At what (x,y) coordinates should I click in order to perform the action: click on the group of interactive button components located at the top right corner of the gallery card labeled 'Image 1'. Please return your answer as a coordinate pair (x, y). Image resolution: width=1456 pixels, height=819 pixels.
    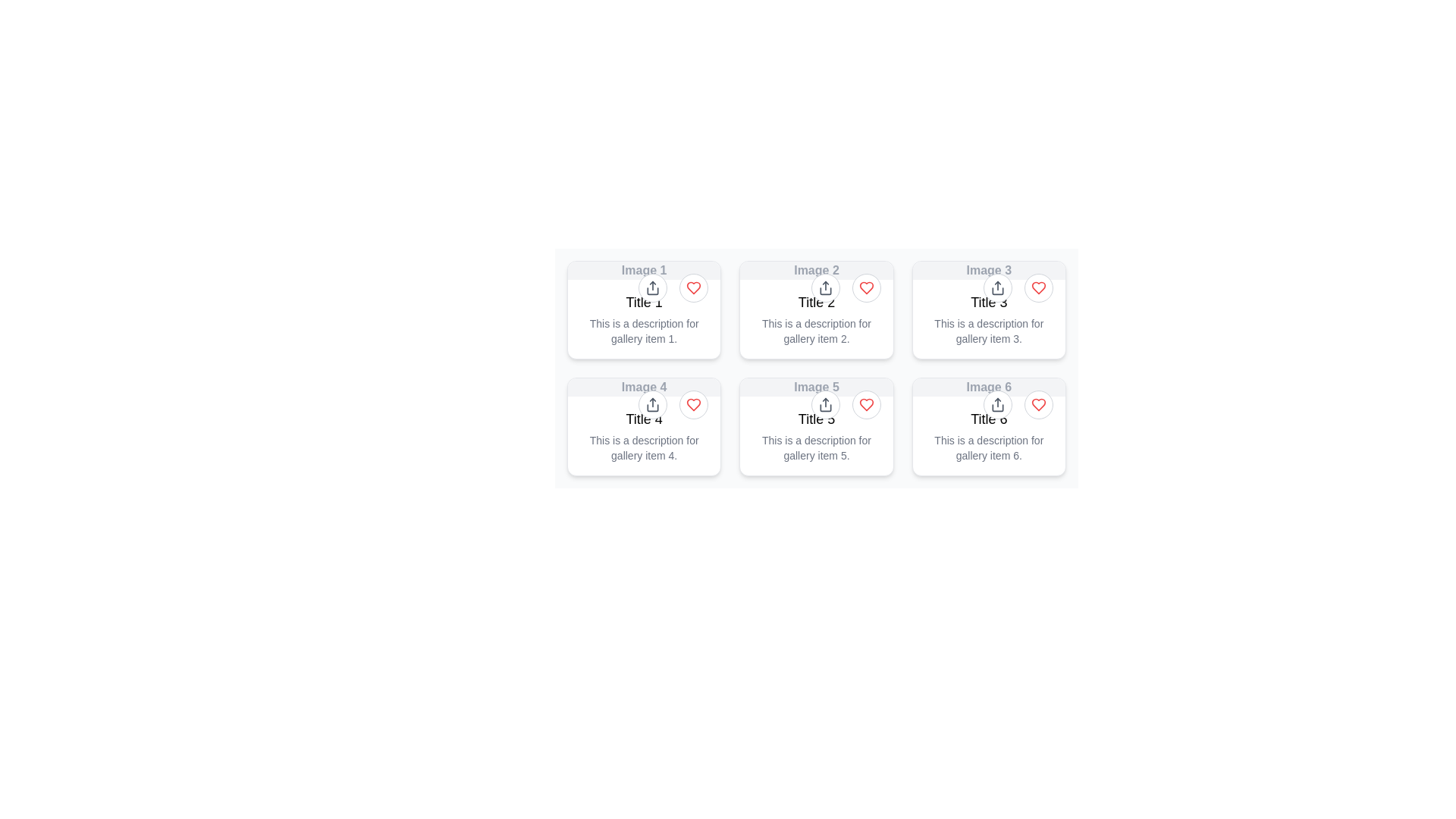
    Looking at the image, I should click on (673, 288).